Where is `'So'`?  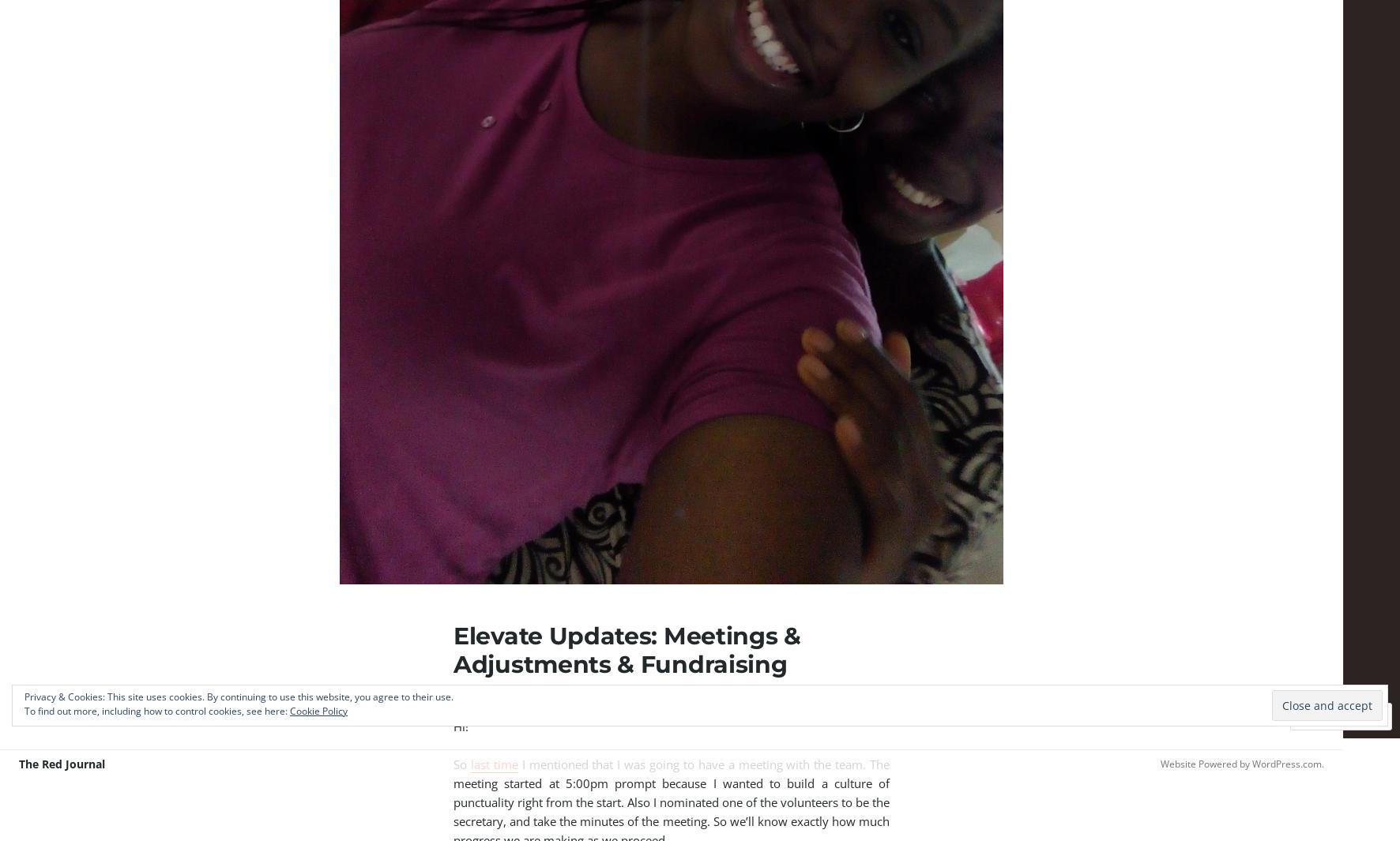 'So' is located at coordinates (461, 764).